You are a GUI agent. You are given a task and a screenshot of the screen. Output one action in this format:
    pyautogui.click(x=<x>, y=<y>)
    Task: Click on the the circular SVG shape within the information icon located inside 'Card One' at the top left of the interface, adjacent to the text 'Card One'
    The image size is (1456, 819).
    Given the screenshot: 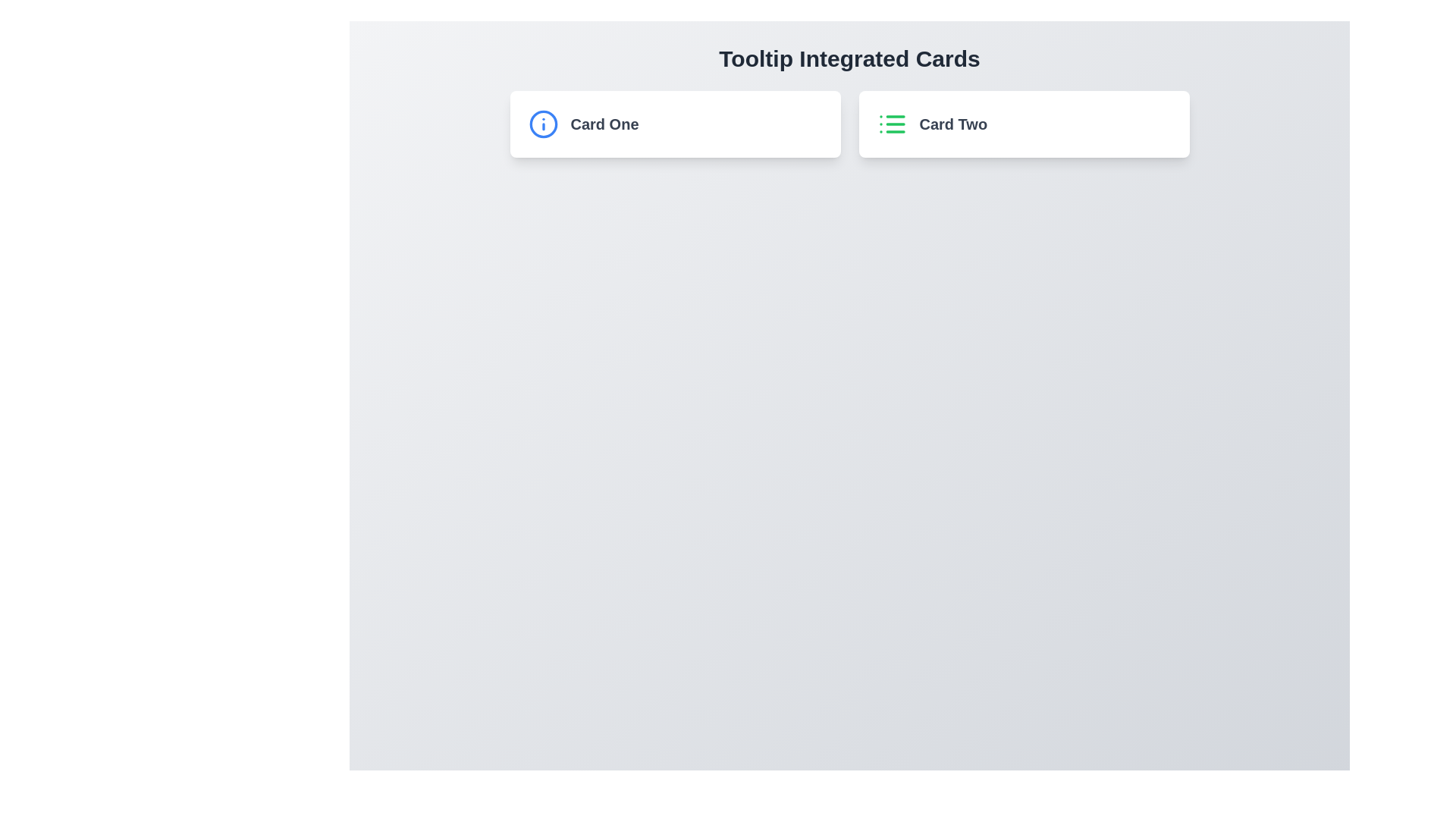 What is the action you would take?
    pyautogui.click(x=543, y=124)
    